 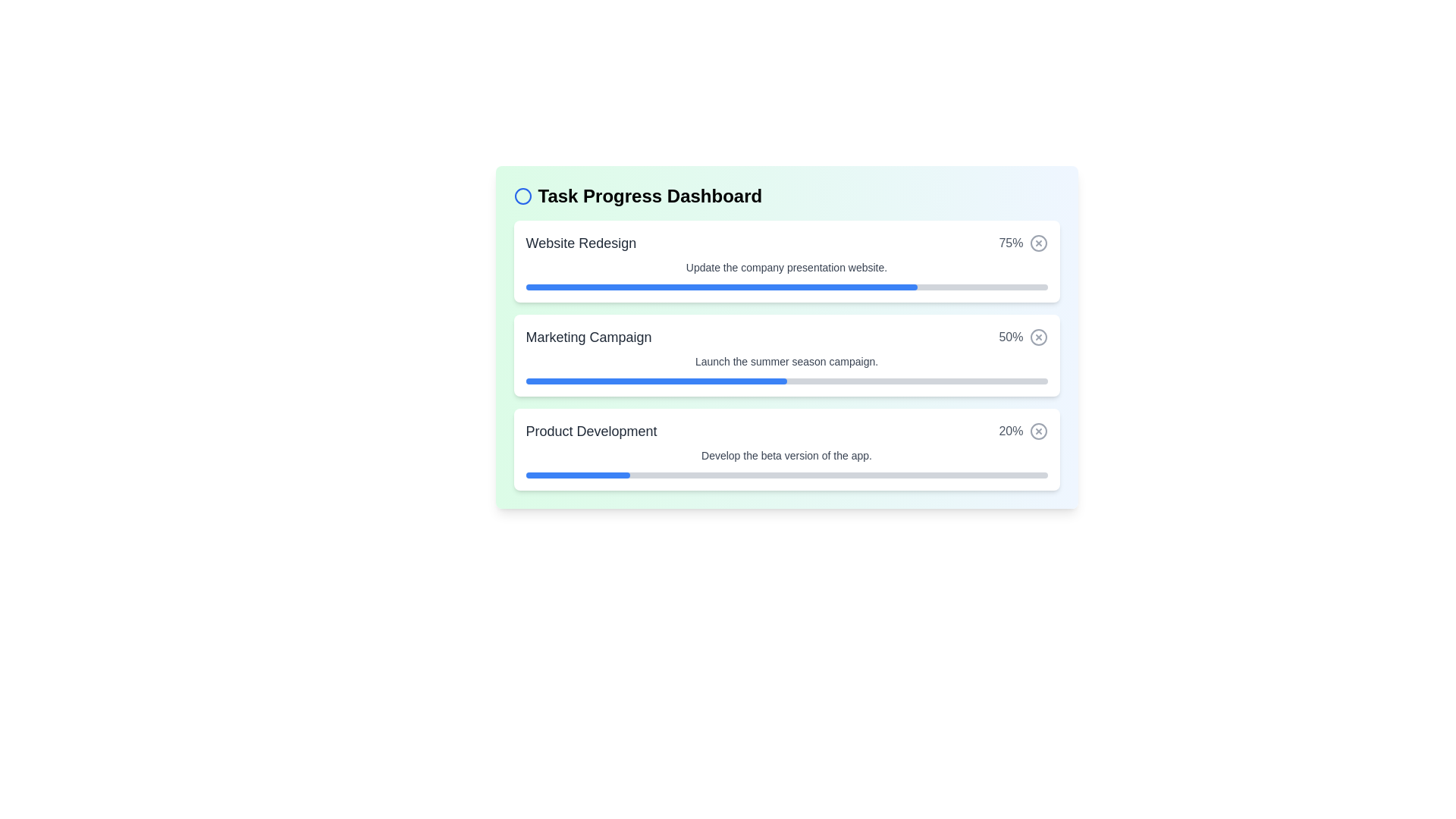 I want to click on the progress level of the Progress Bar indicating 20% completion for the 'Product Development' project, located at the bottom of the card beneath the description text, so click(x=786, y=475).